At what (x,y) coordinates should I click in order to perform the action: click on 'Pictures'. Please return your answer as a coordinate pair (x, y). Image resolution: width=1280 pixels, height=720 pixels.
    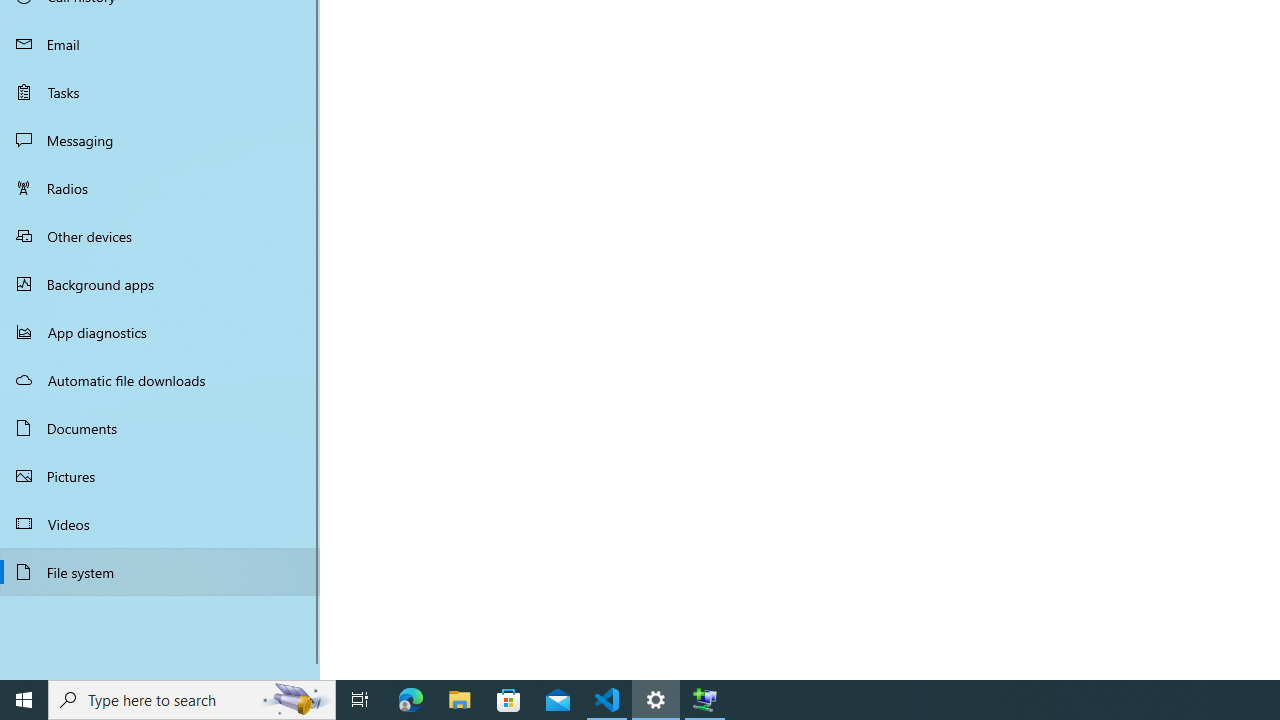
    Looking at the image, I should click on (160, 475).